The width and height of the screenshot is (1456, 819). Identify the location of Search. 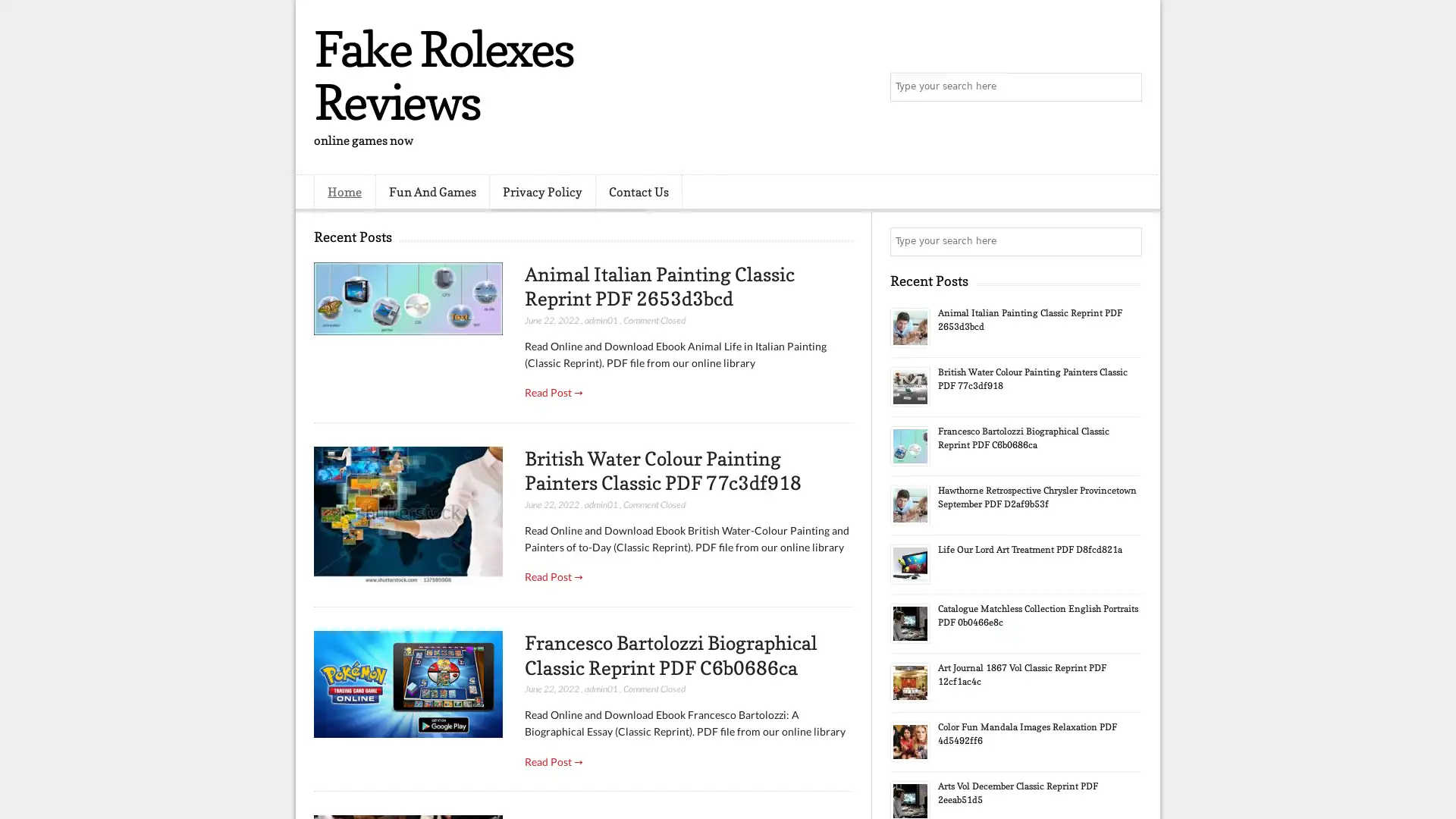
(1126, 87).